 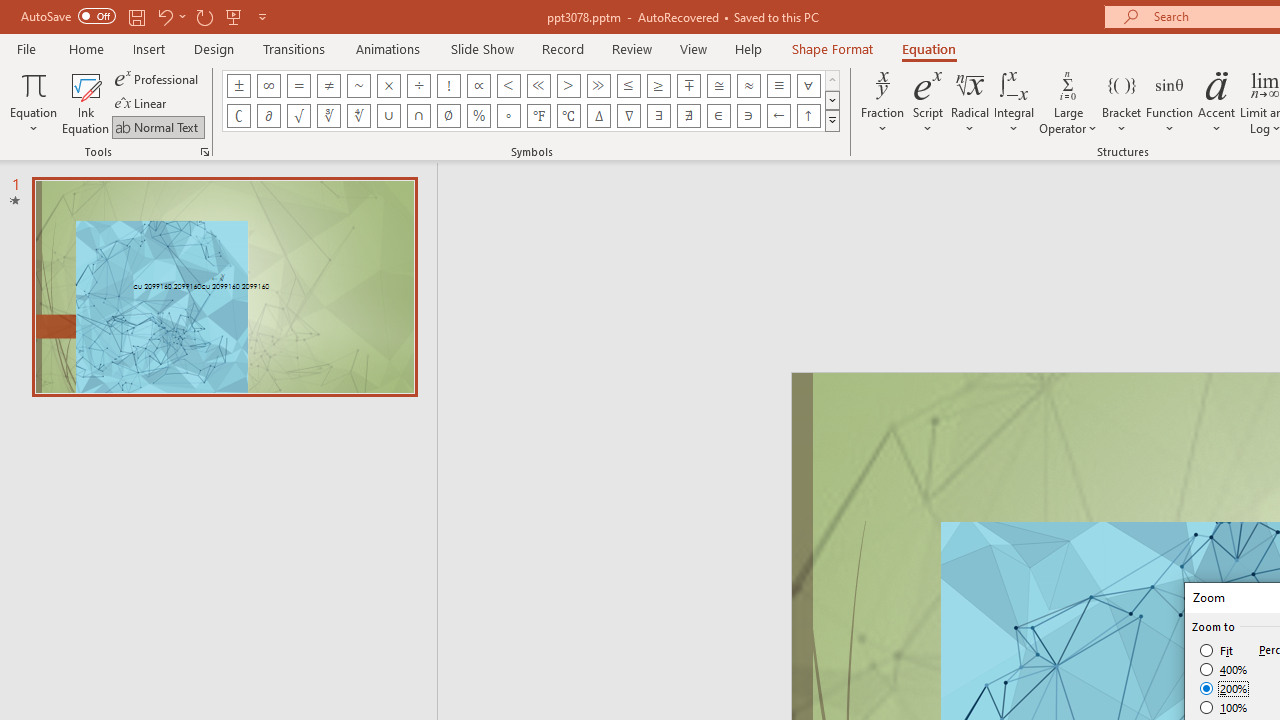 I want to click on 'Equation Symbol Union', so click(x=389, y=115).